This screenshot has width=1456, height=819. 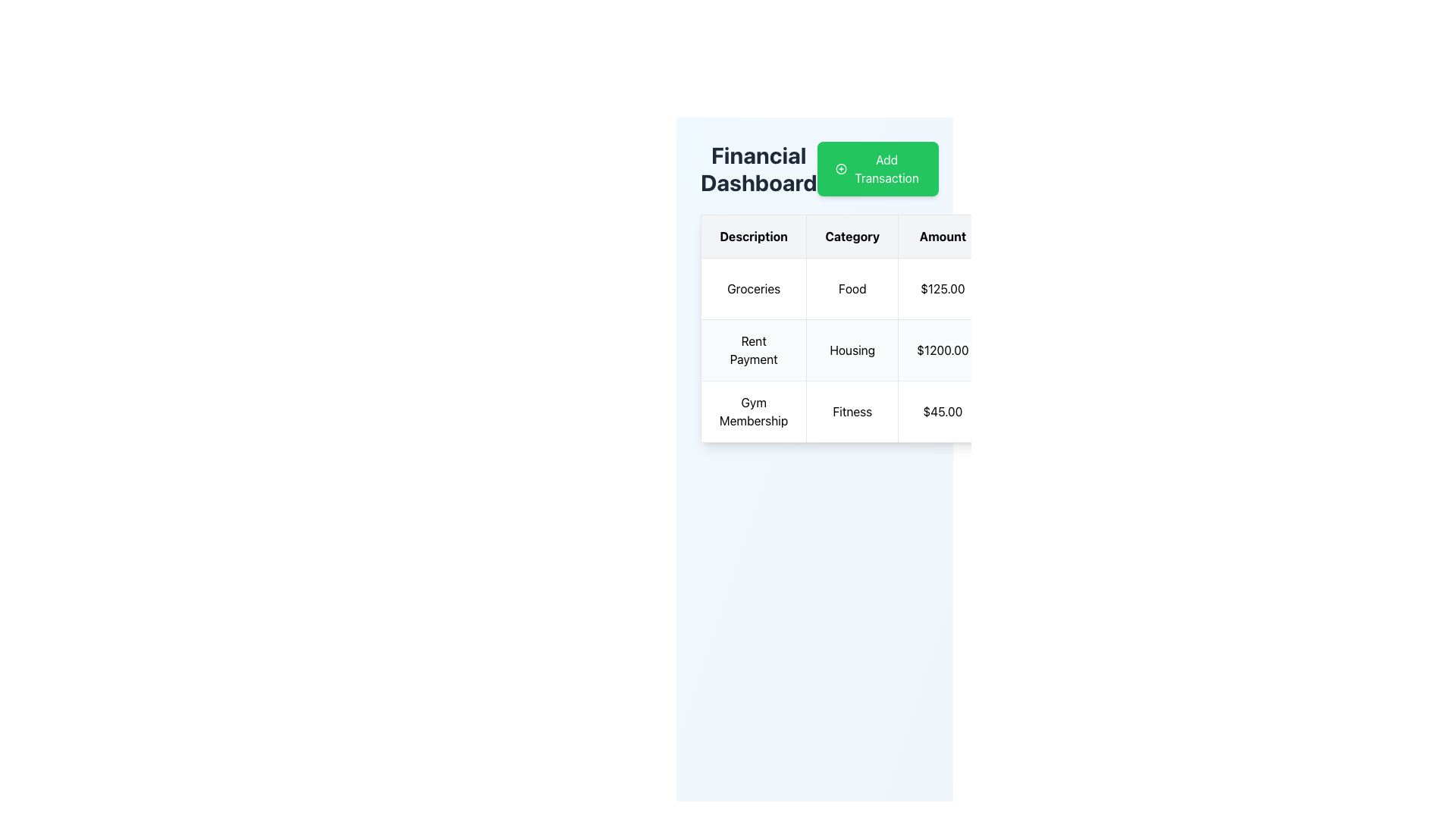 What do you see at coordinates (942, 350) in the screenshot?
I see `the text block displaying the monetary value '$1200.00' under the column titled 'Amount' in the row for 'Rent Payment'` at bounding box center [942, 350].